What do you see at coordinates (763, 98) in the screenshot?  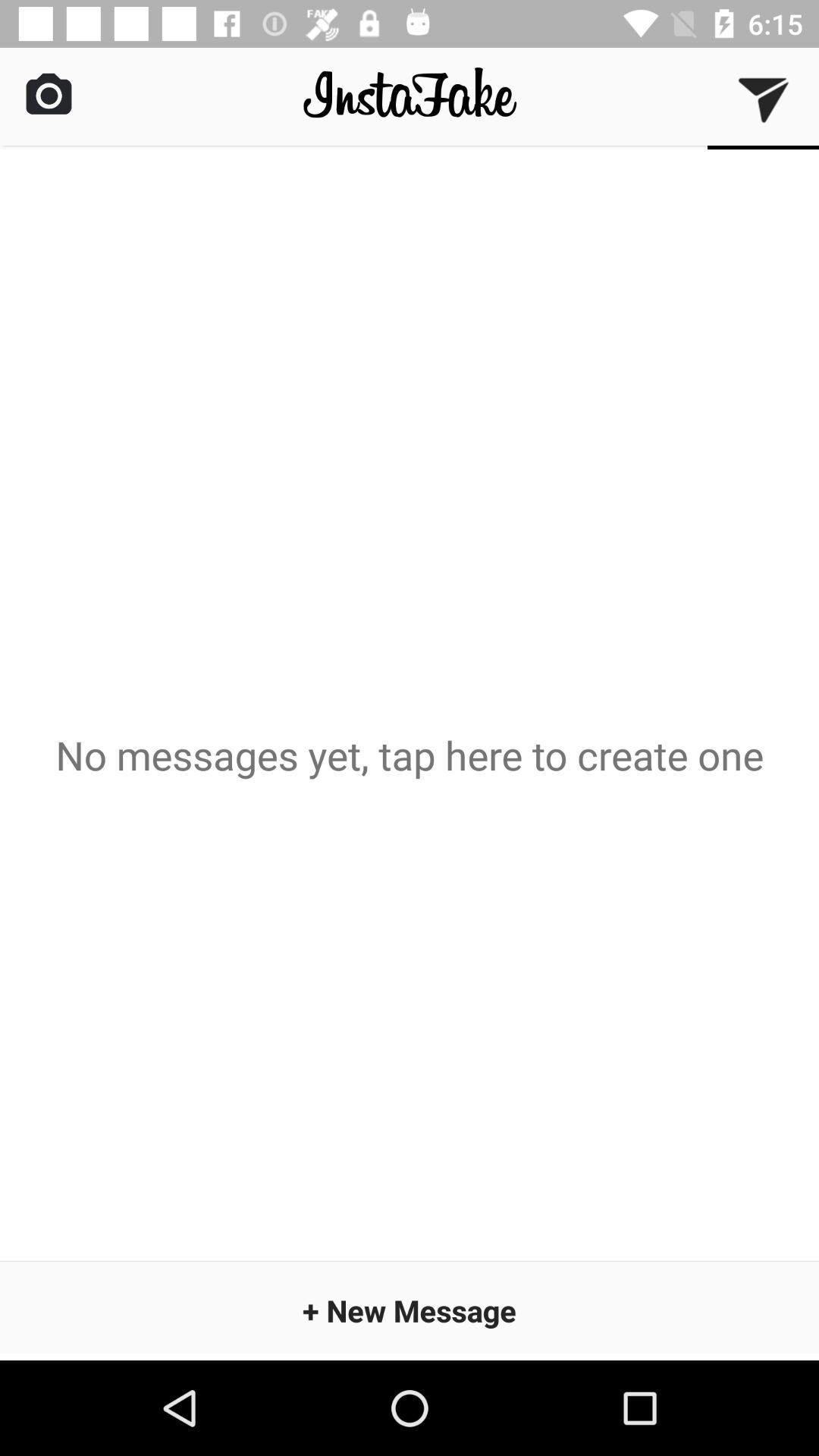 I see `the navigation icon` at bounding box center [763, 98].